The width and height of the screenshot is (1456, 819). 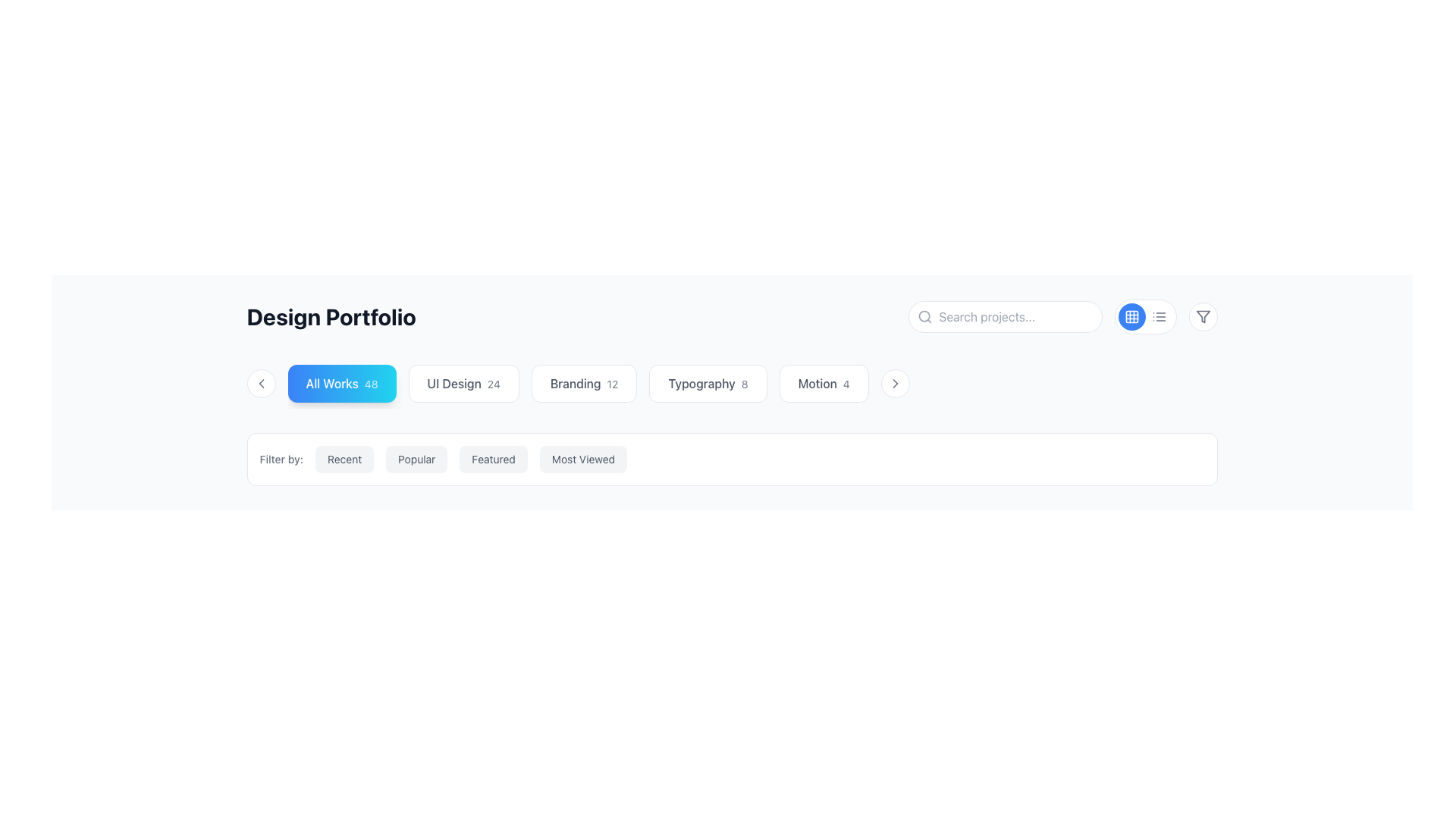 I want to click on the 'Typography' filter button, which is the fourth button in a horizontal sequence, positioned between 'Branding 12' and 'Motion 4', to observe any hover effects or tooltips, so click(x=707, y=382).